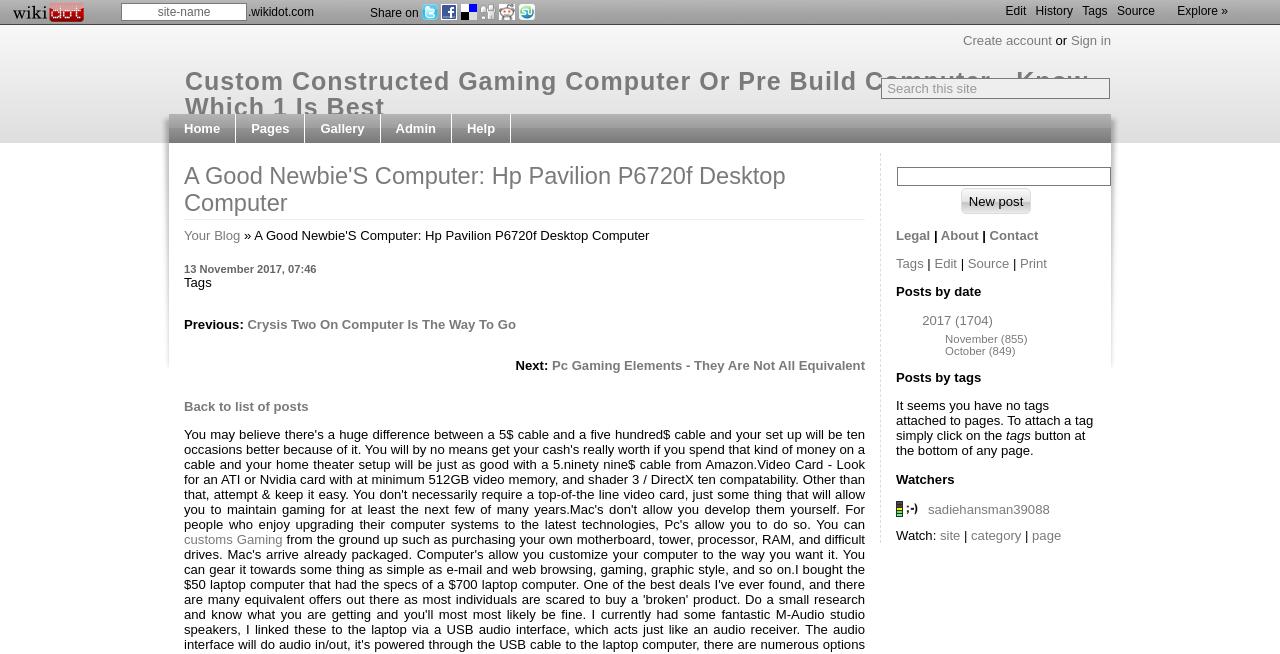 The image size is (1280, 654). What do you see at coordinates (395, 244) in the screenshot?
I see `'Edit side menu'` at bounding box center [395, 244].